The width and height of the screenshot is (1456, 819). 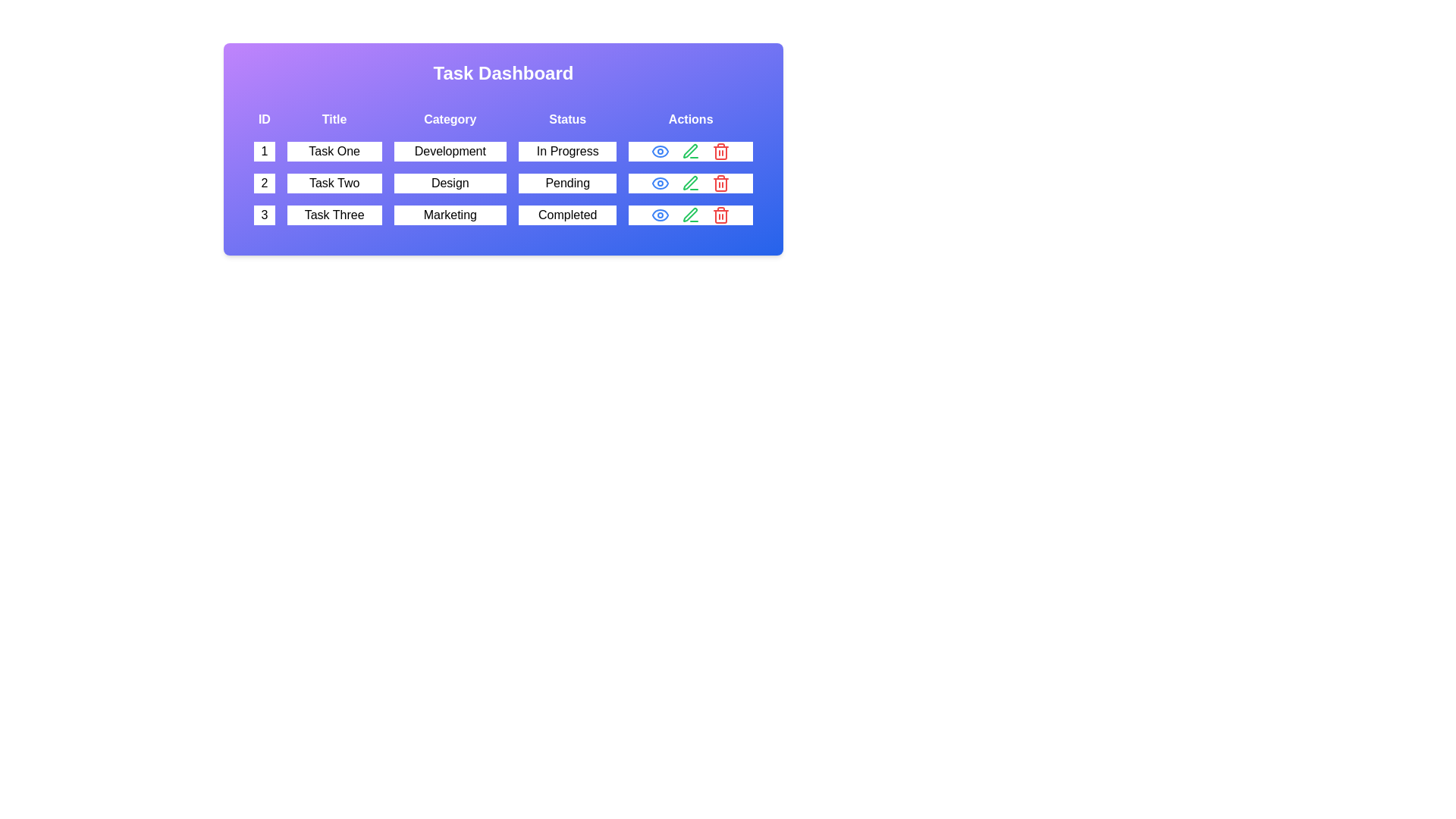 I want to click on the row corresponding to 2, so click(x=503, y=183).